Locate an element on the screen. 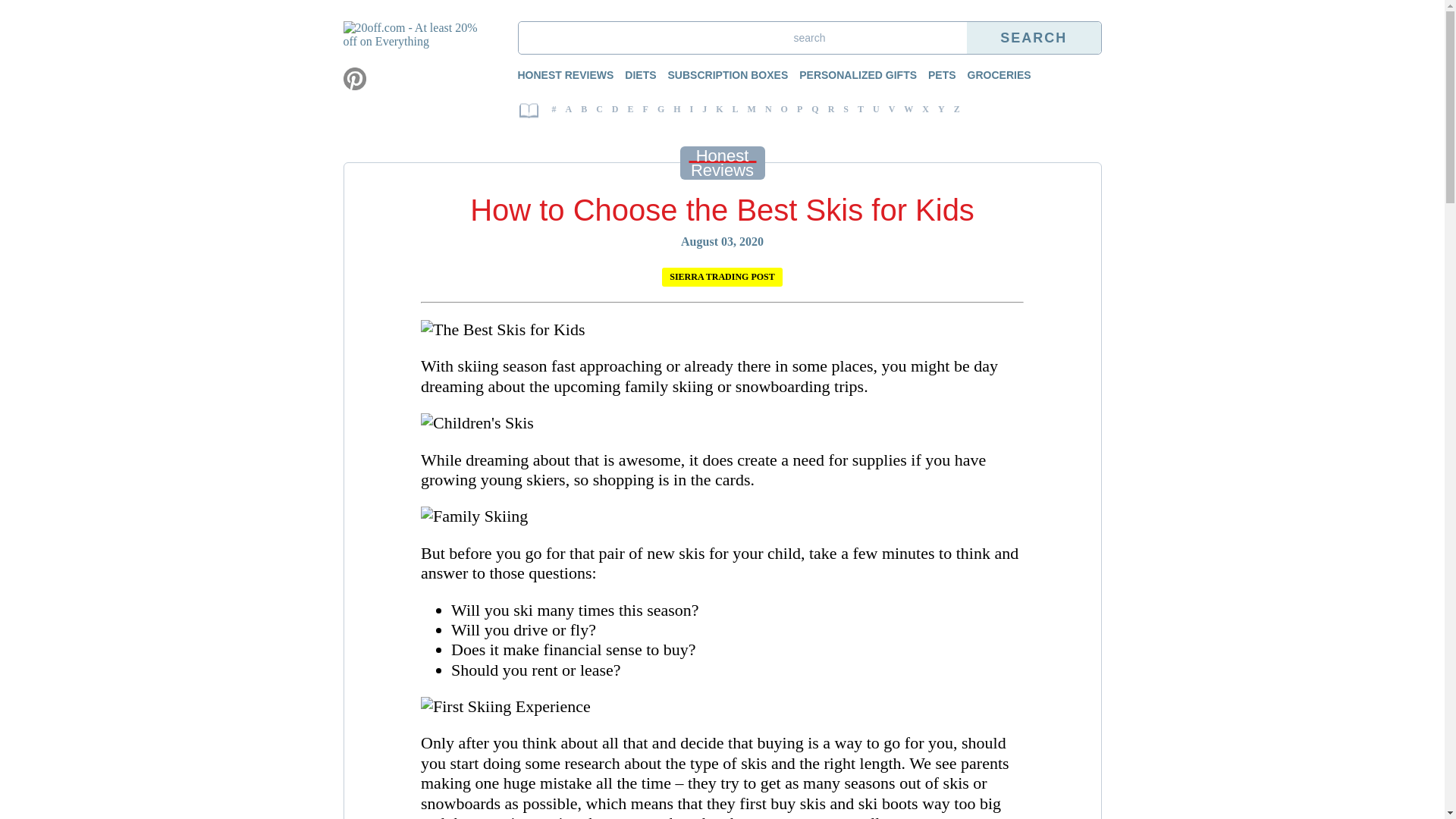  'PERSONALIZED GIFTS' is located at coordinates (850, 73).